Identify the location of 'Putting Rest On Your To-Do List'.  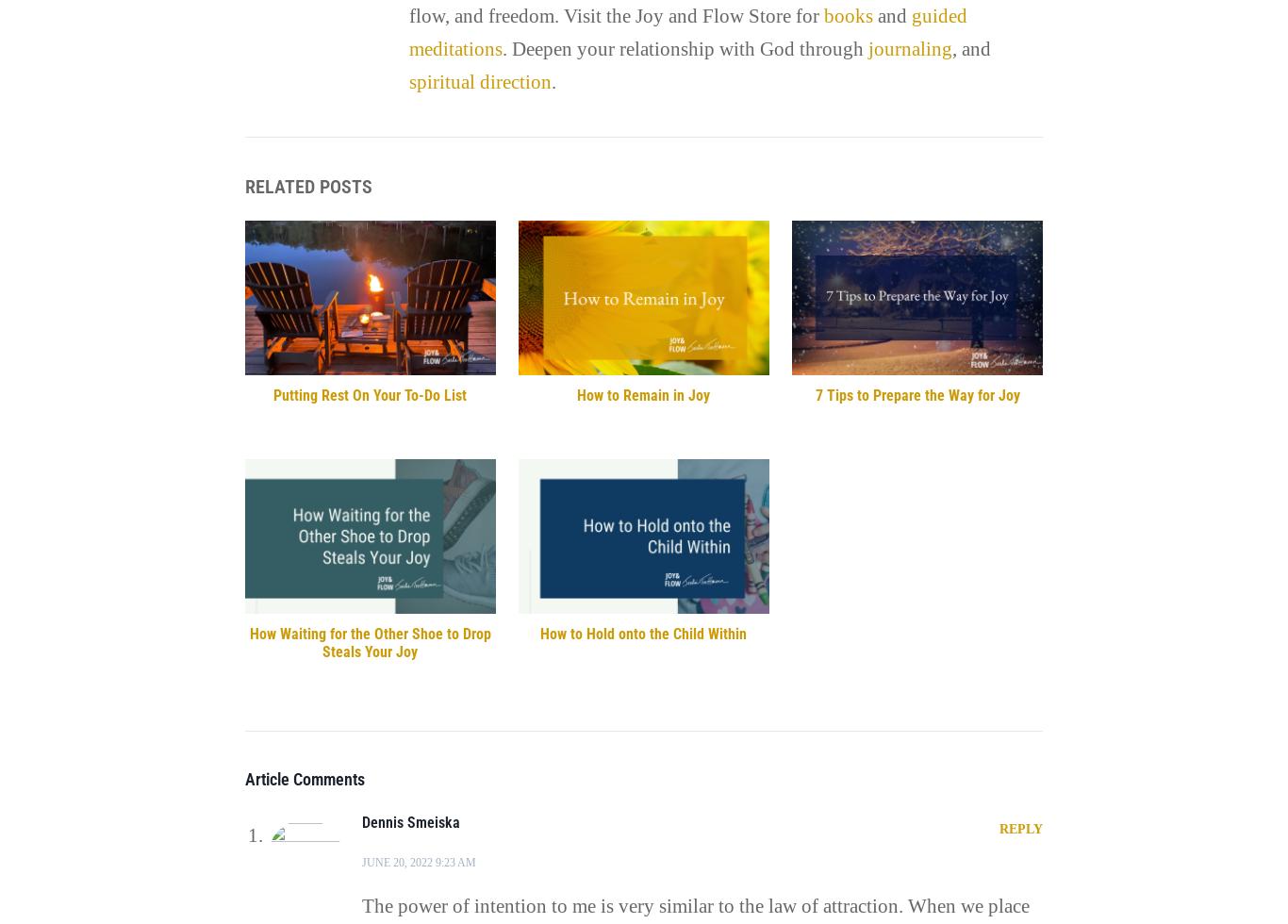
(369, 394).